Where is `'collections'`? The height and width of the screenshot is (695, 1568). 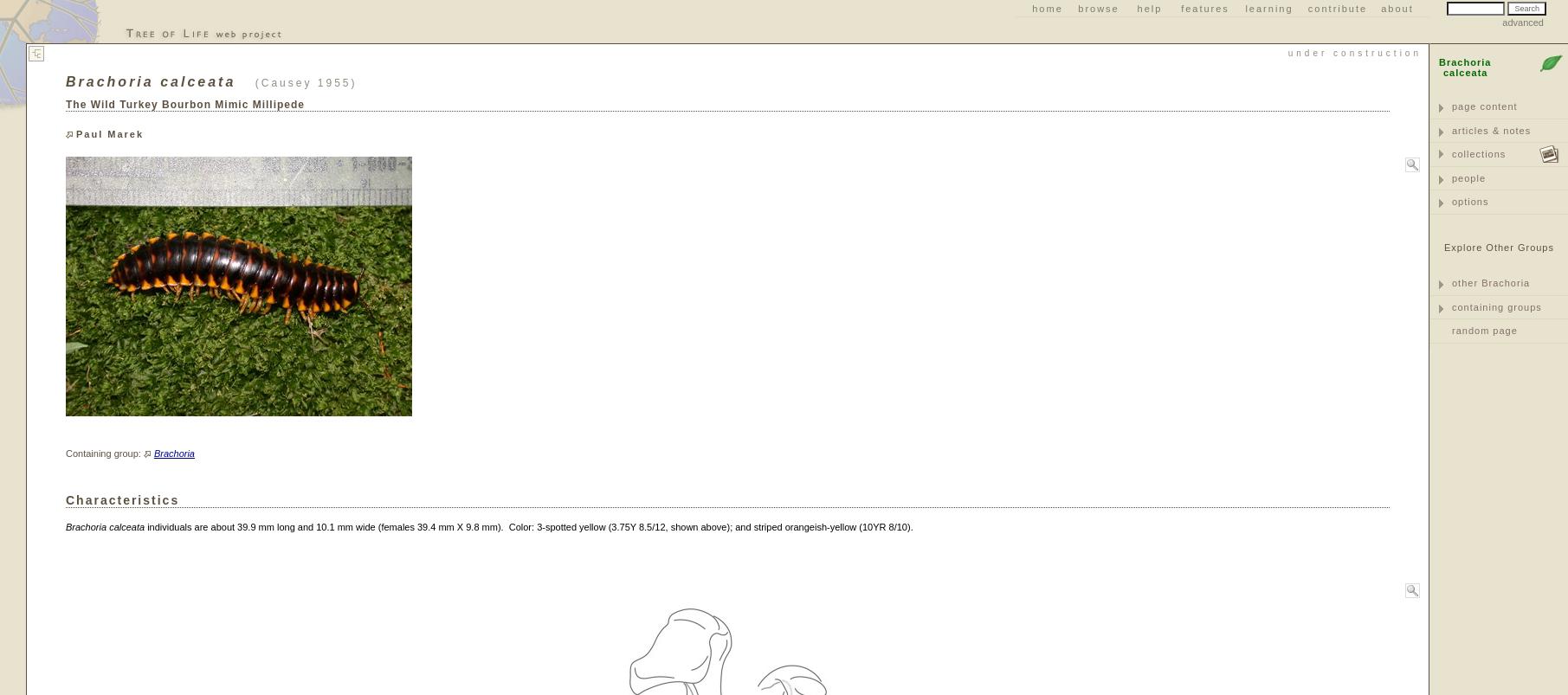 'collections' is located at coordinates (1478, 153).